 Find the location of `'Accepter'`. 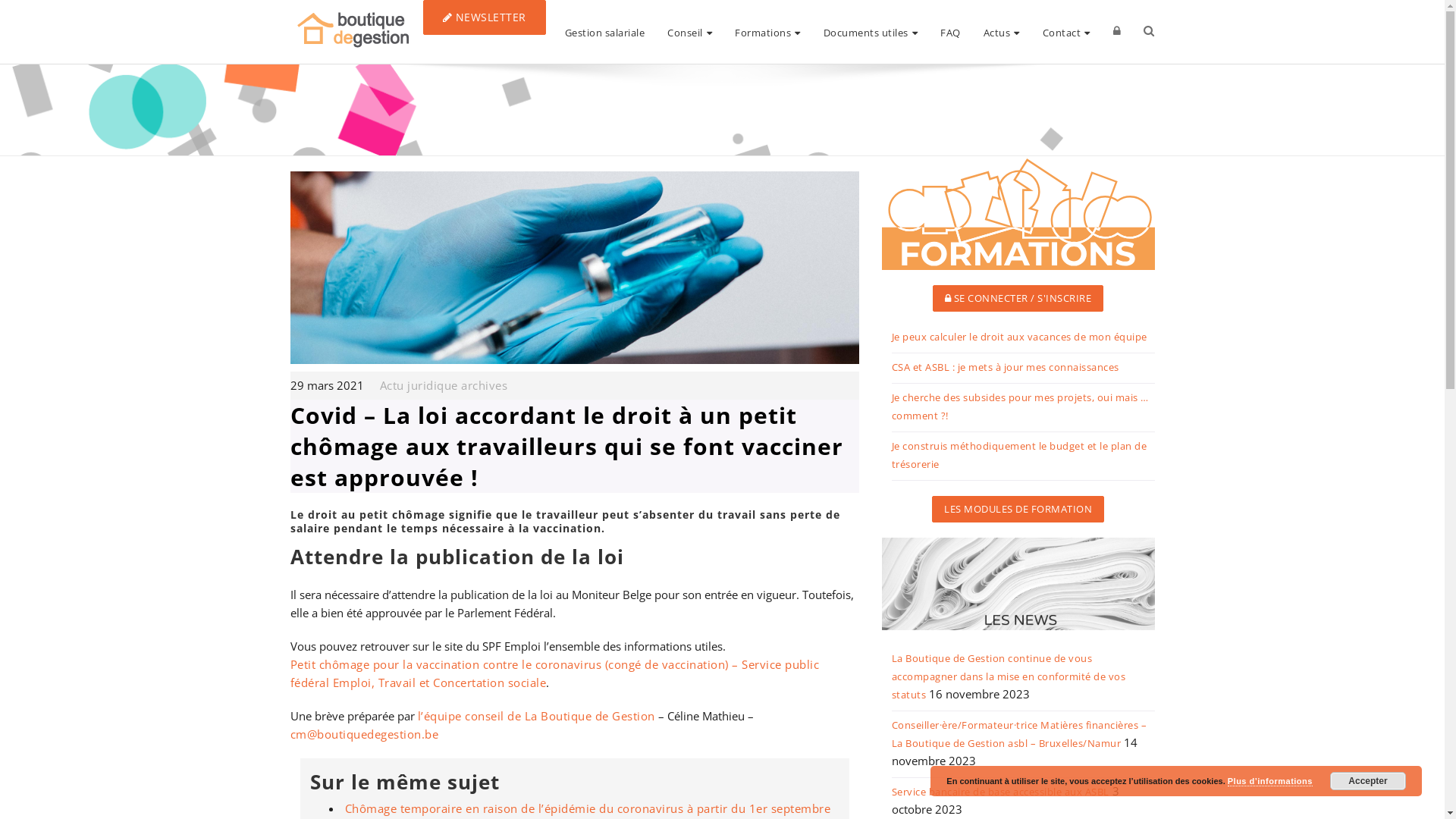

'Accepter' is located at coordinates (1368, 780).